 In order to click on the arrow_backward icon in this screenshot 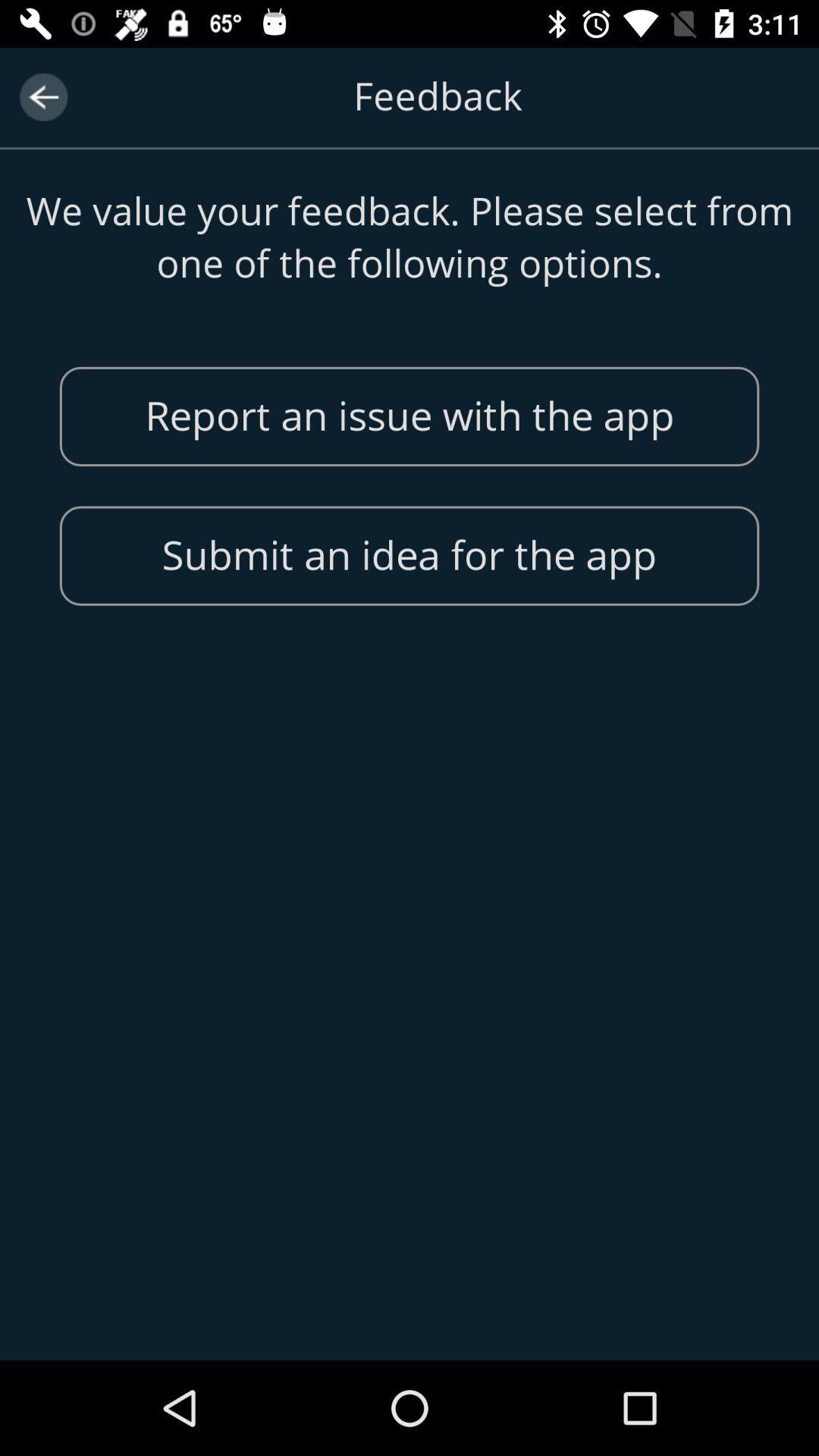, I will do `click(42, 96)`.